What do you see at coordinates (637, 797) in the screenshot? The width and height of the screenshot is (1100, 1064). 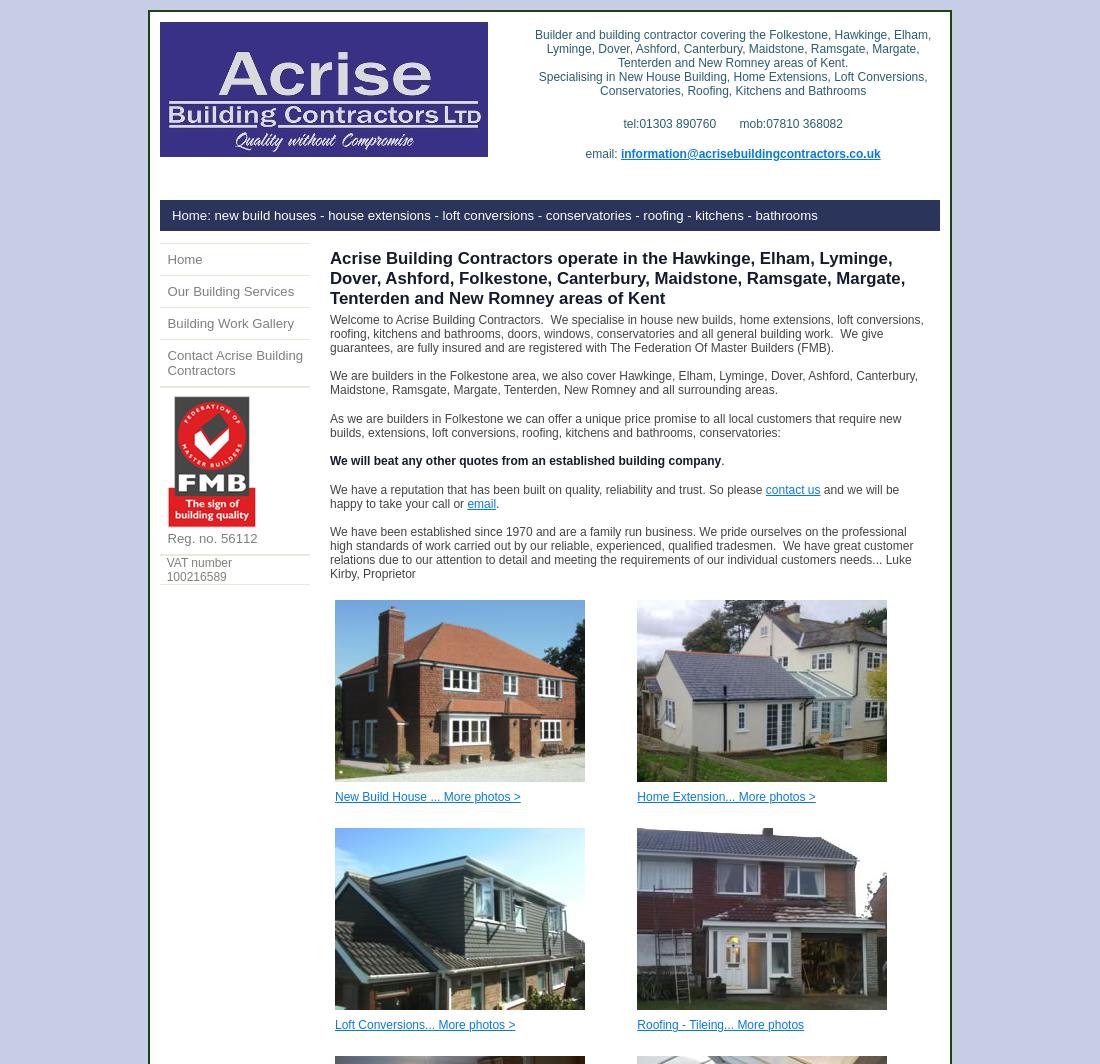 I see `'Home Extension... More photos >'` at bounding box center [637, 797].